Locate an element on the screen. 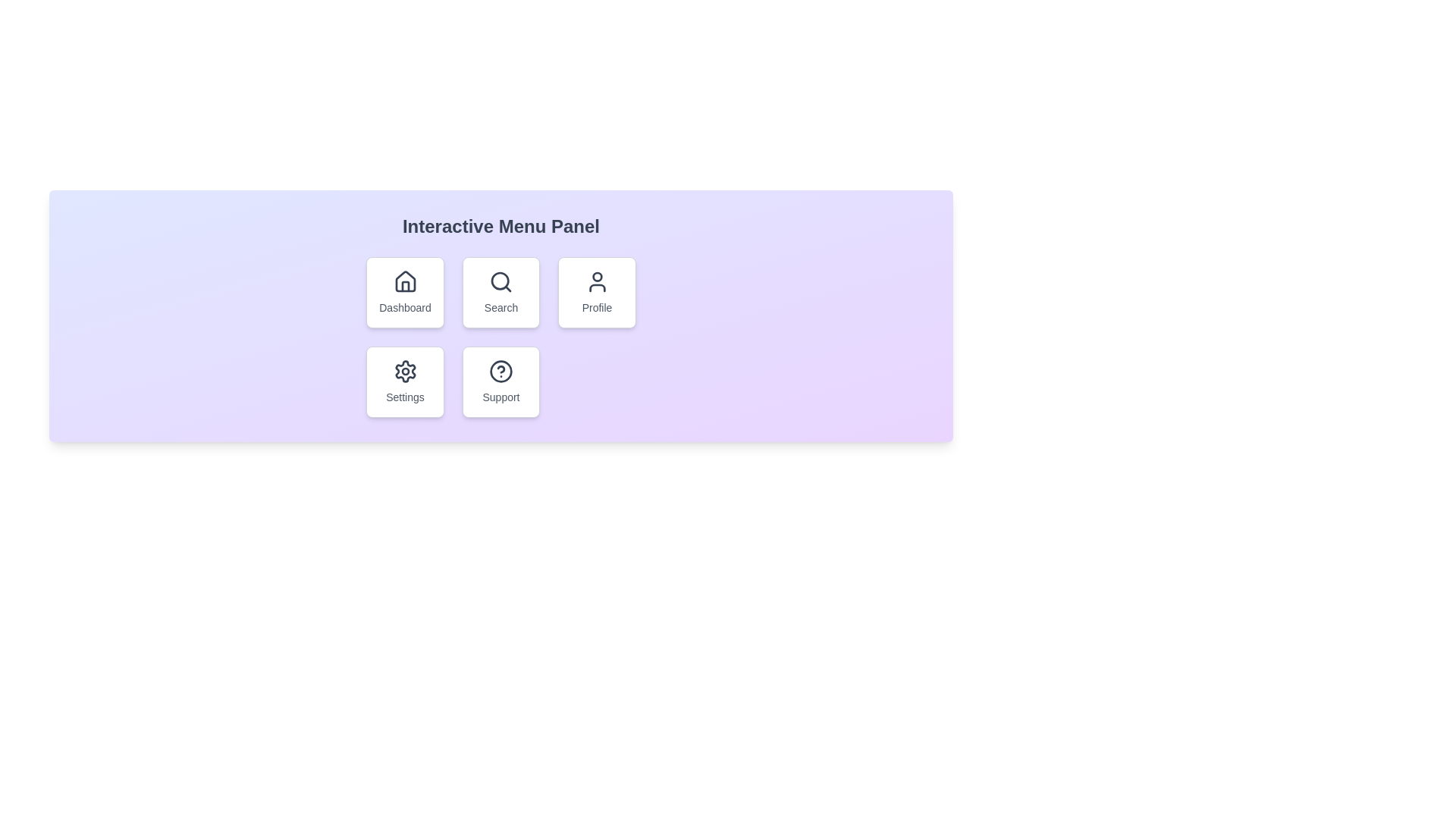 The width and height of the screenshot is (1456, 819). text label displaying 'Support' in gray color located at the bottom part of a UI component with a white background and a help icon above it is located at coordinates (501, 397).